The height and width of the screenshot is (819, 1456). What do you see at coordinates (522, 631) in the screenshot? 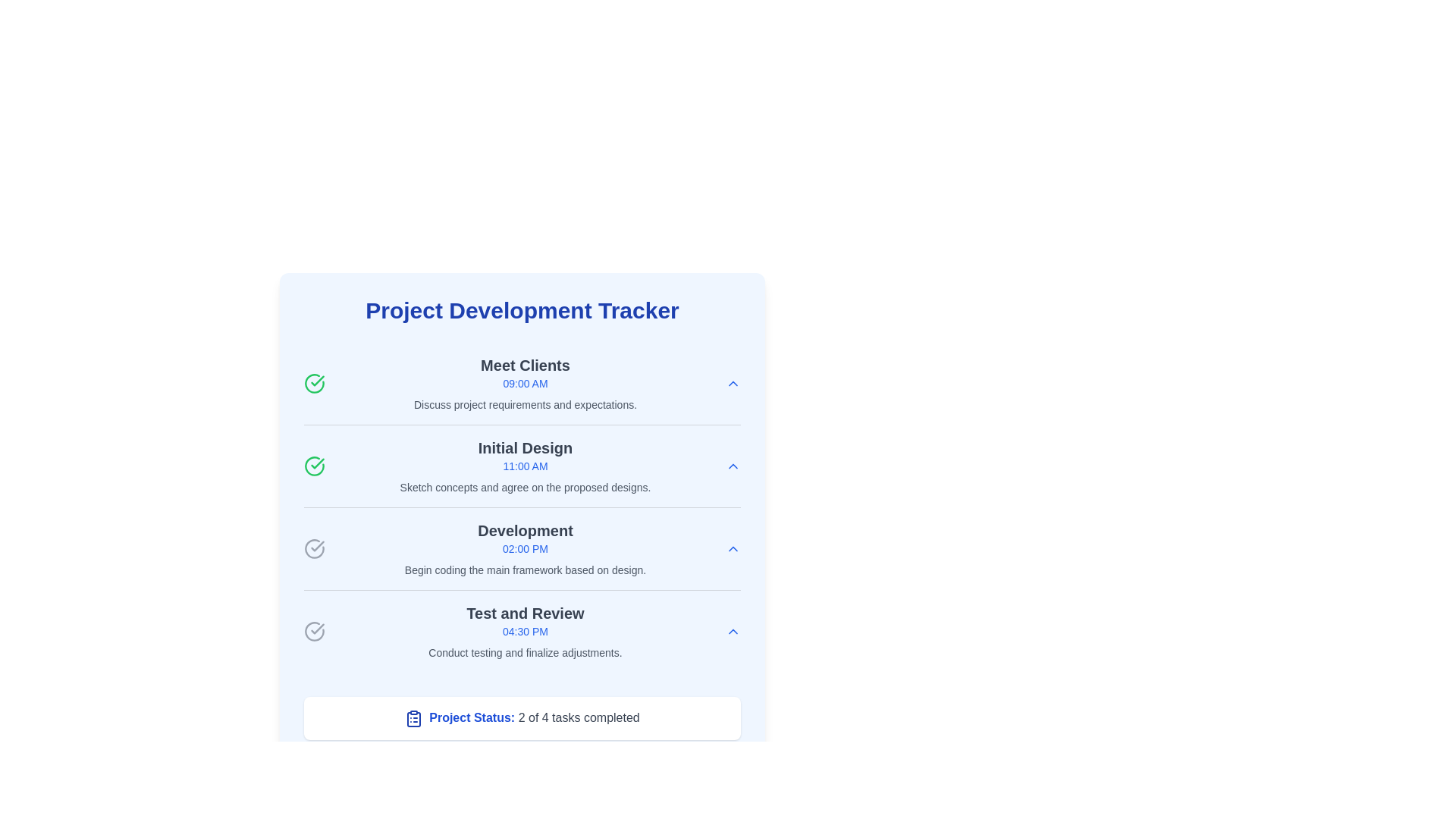
I see `the fourth task card` at bounding box center [522, 631].